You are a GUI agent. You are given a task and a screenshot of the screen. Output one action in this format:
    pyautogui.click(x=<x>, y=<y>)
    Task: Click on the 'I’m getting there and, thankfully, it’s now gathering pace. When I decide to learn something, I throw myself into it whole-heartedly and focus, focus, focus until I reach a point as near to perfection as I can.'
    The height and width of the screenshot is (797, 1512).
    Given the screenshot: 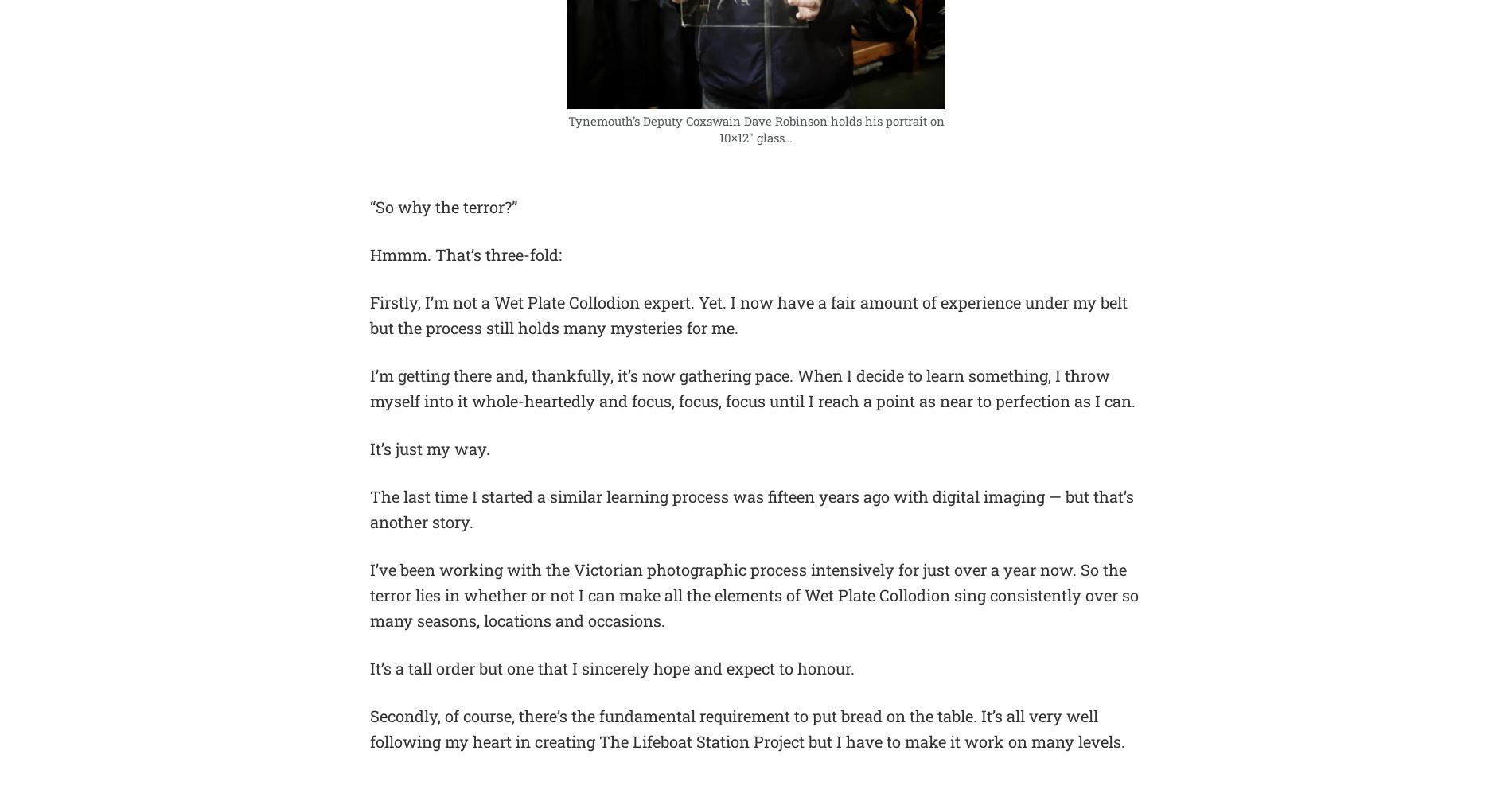 What is the action you would take?
    pyautogui.click(x=752, y=387)
    